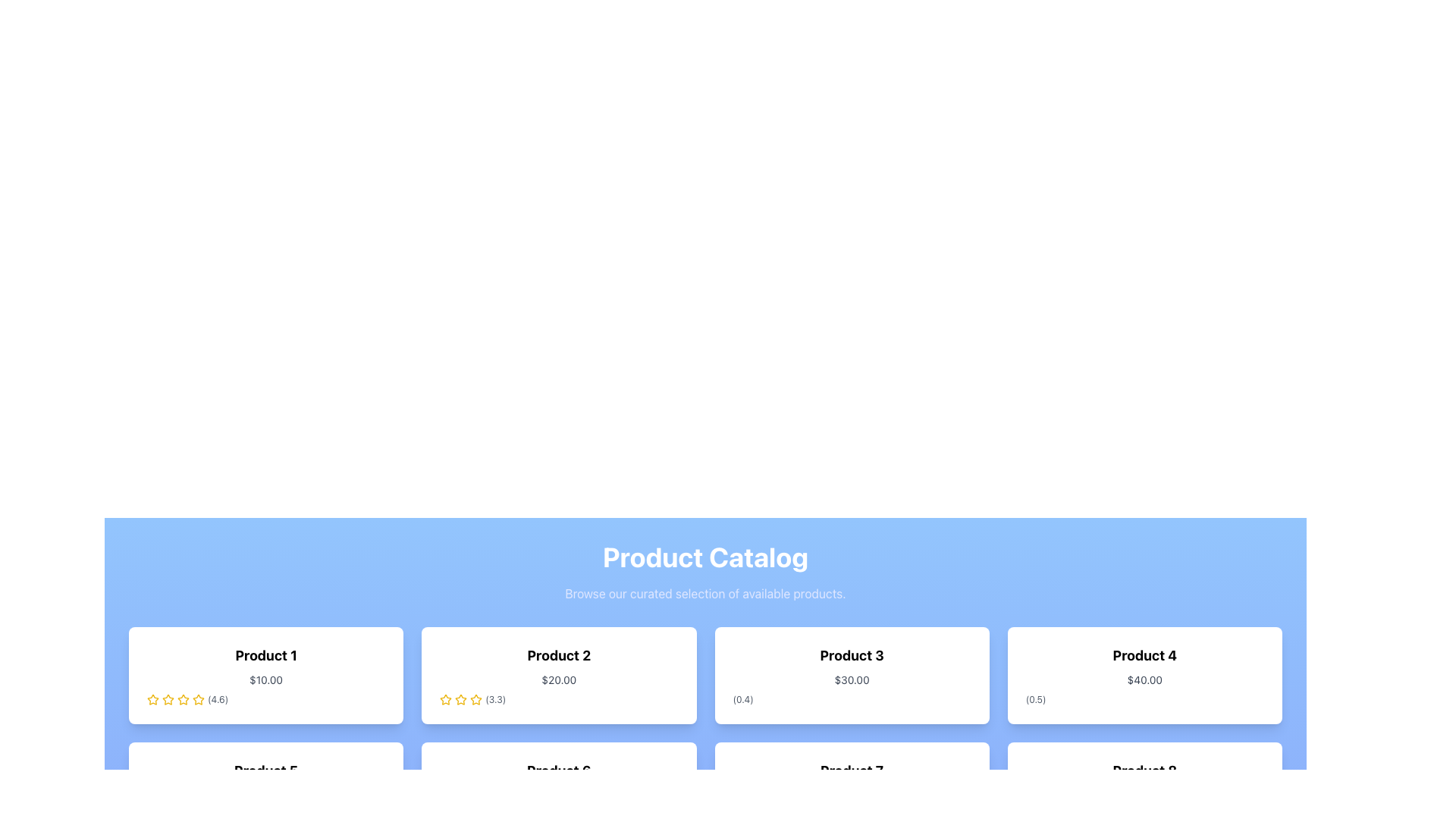 This screenshot has width=1456, height=819. I want to click on the second star icon in the rating system under 'Product 2' in the product list, so click(460, 699).